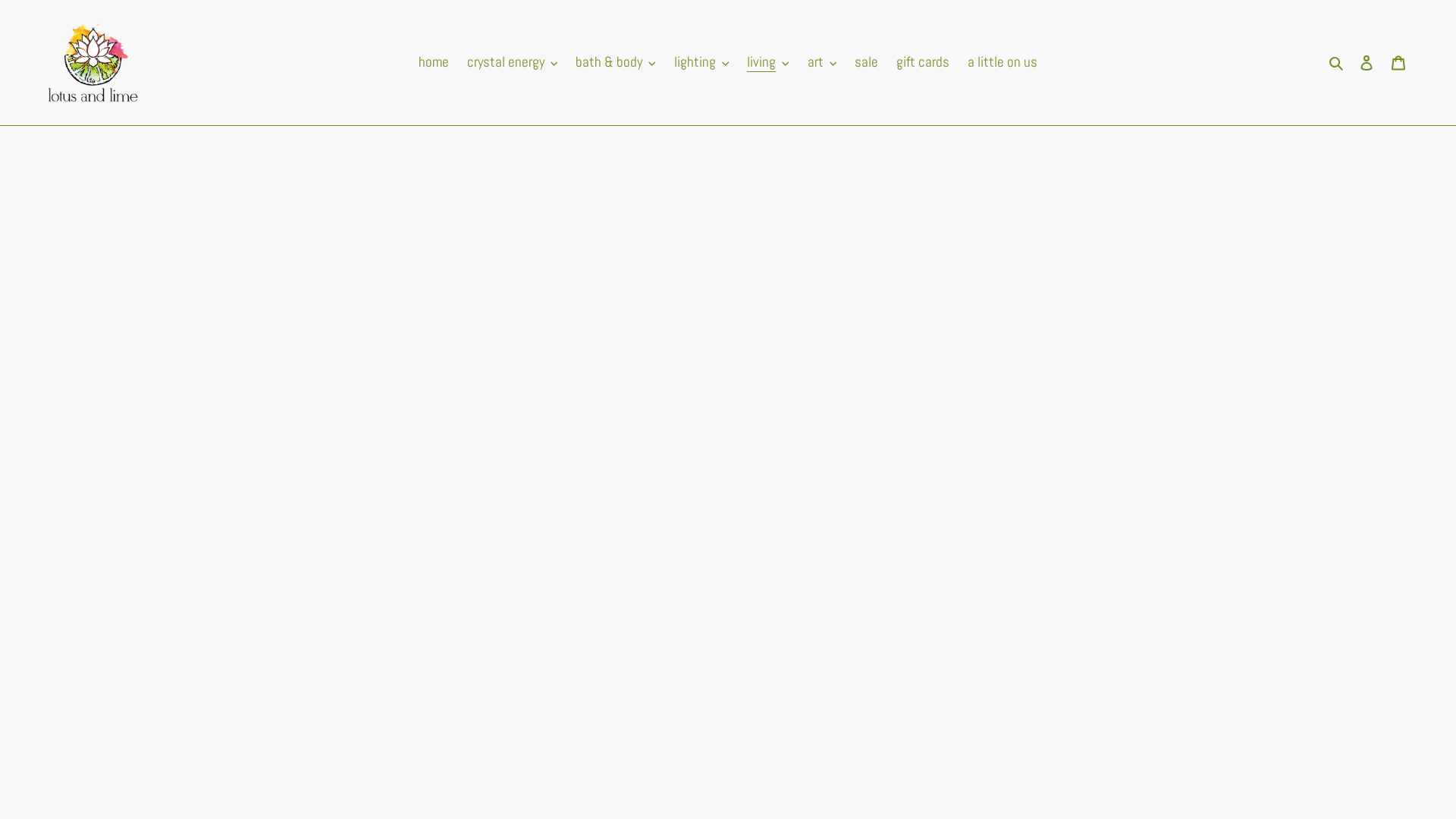 Image resolution: width=1456 pixels, height=819 pixels. I want to click on 'living', so click(767, 61).